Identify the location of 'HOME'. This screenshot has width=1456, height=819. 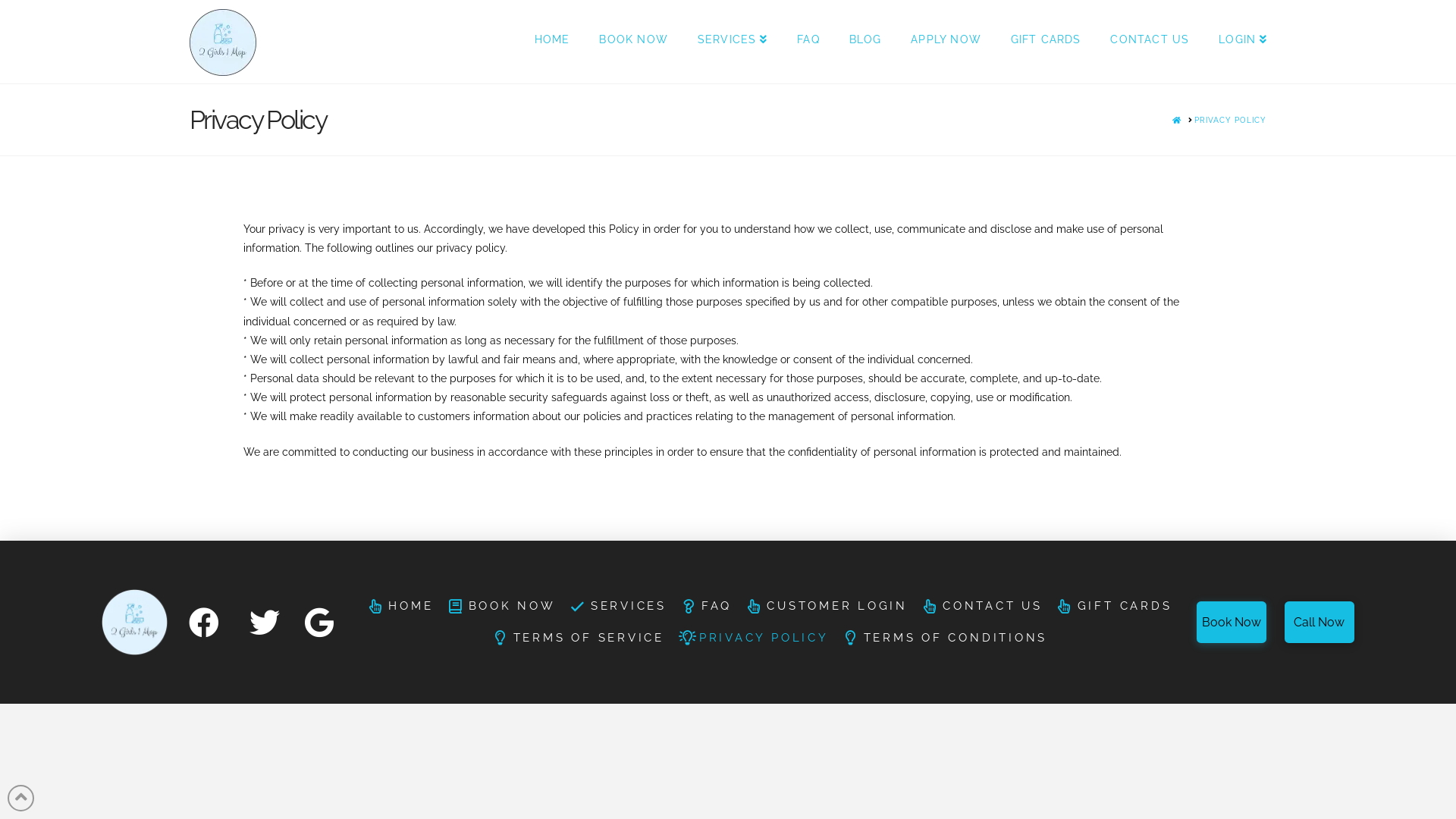
(551, 40).